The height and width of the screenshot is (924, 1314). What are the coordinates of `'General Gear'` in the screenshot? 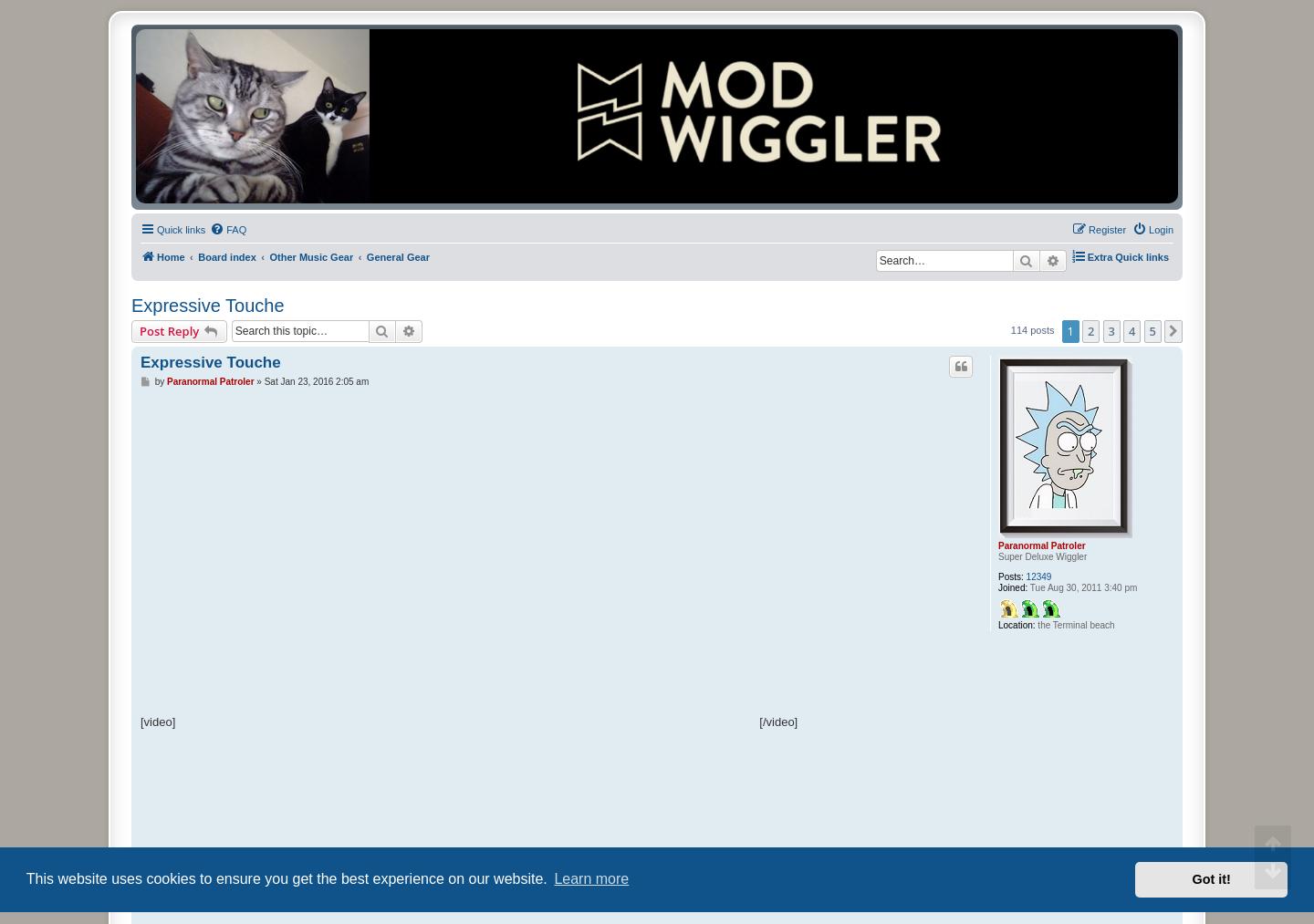 It's located at (397, 256).